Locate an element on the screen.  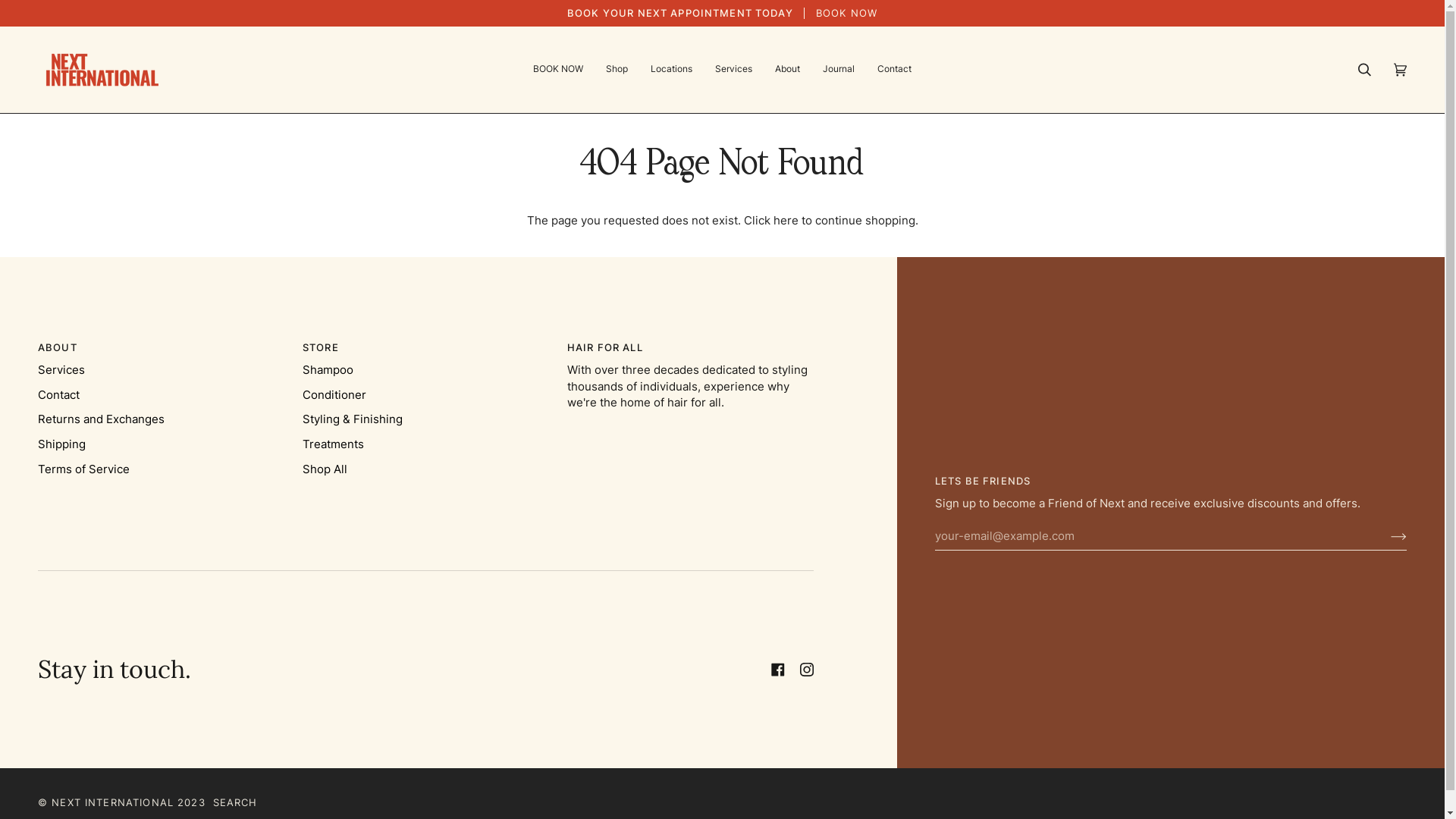
'SEARCH' is located at coordinates (212, 802).